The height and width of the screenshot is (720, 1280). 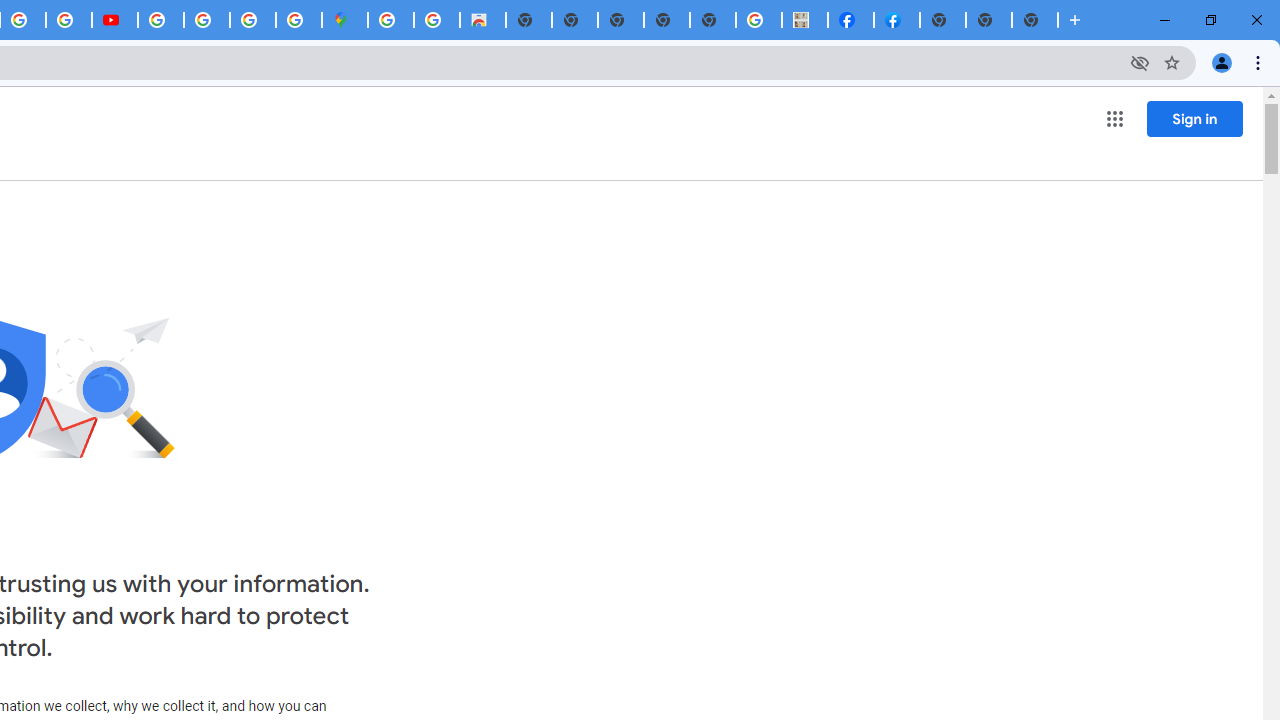 I want to click on 'Chrome Web Store - Shopping', so click(x=482, y=20).